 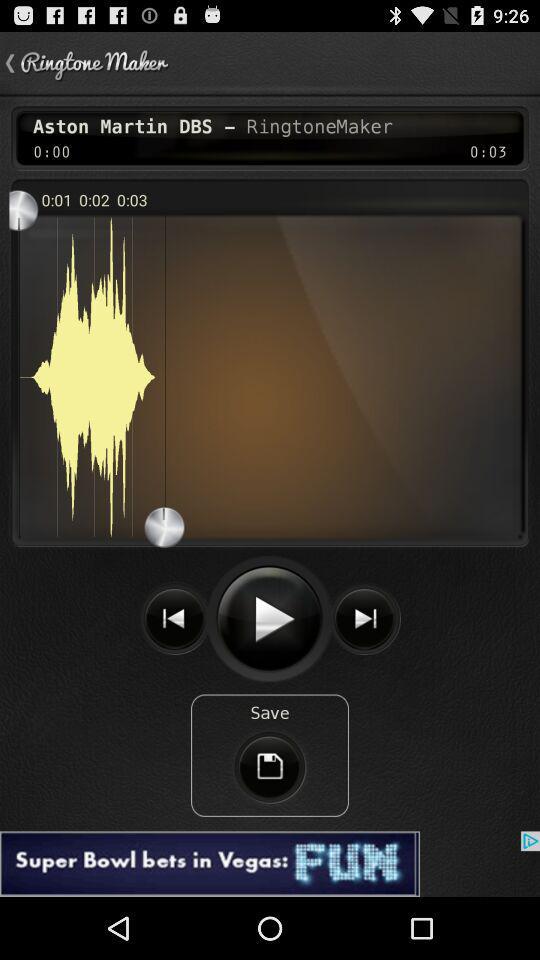 What do you see at coordinates (363, 662) in the screenshot?
I see `the skip_next icon` at bounding box center [363, 662].